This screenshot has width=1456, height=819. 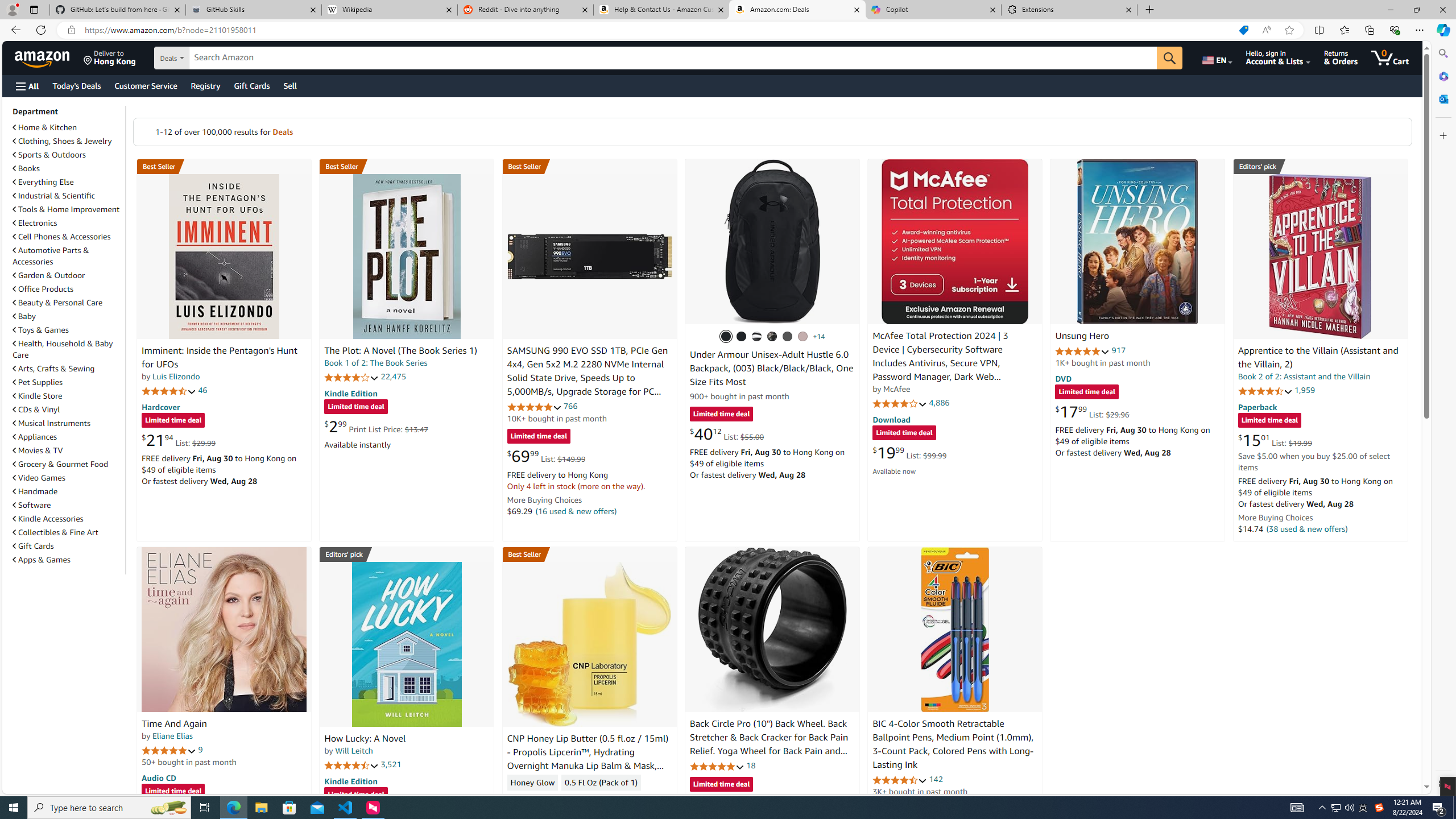 What do you see at coordinates (204, 85) in the screenshot?
I see `'Registry'` at bounding box center [204, 85].